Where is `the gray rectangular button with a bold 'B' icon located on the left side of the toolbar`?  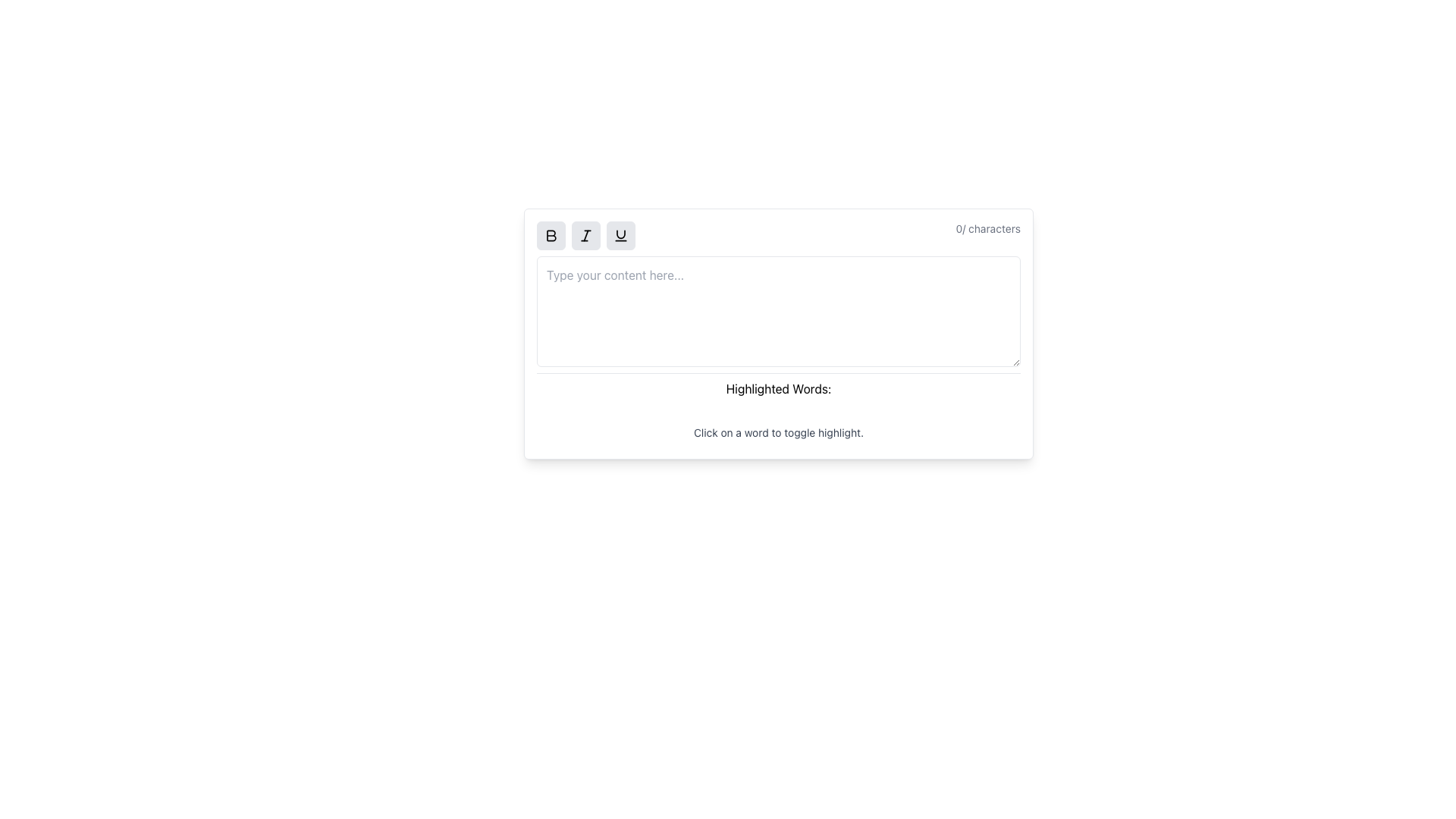 the gray rectangular button with a bold 'B' icon located on the left side of the toolbar is located at coordinates (550, 236).